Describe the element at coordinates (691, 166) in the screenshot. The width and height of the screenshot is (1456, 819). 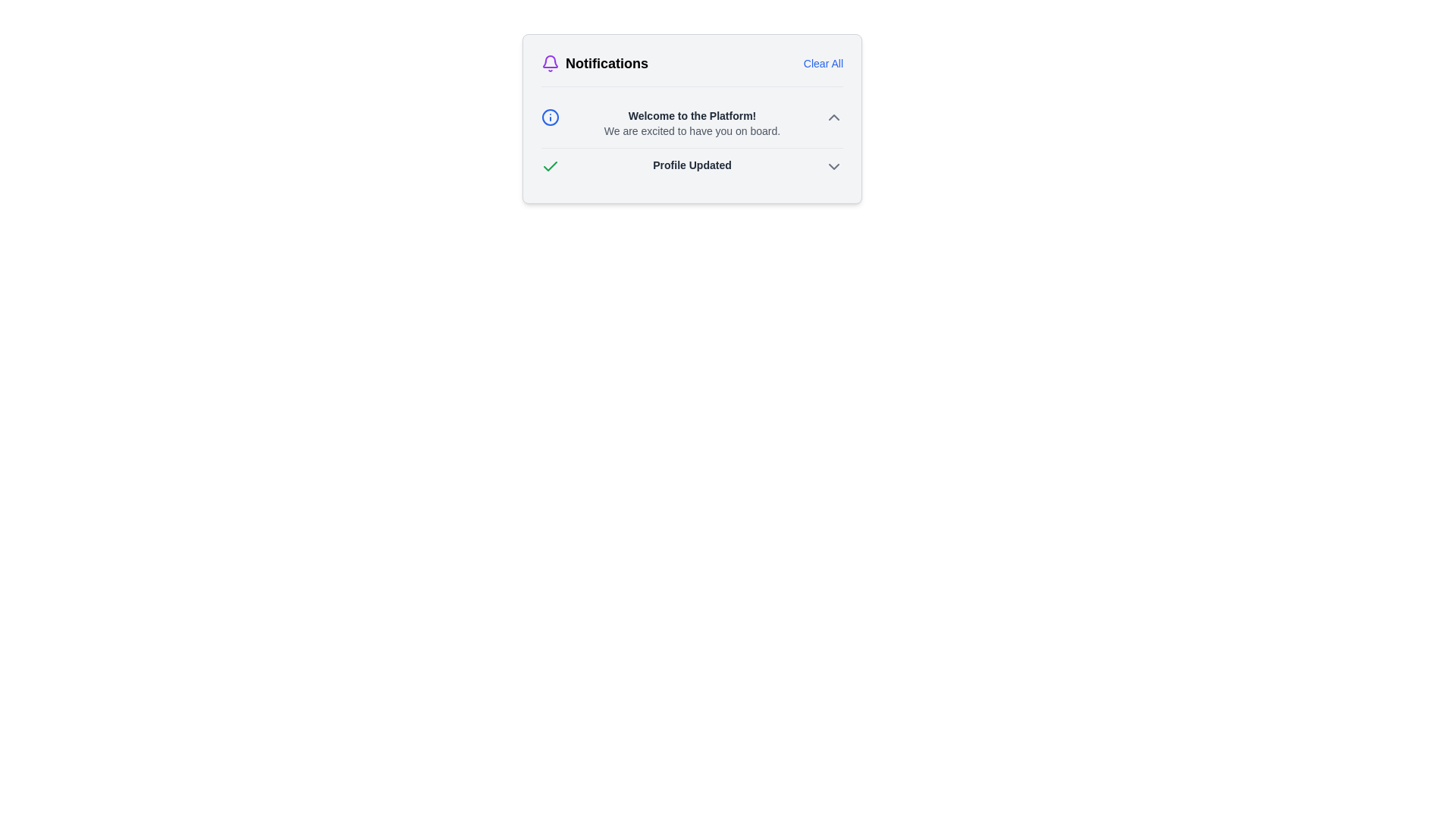
I see `the 'Profile Updated' notification row with dropdown capability` at that location.